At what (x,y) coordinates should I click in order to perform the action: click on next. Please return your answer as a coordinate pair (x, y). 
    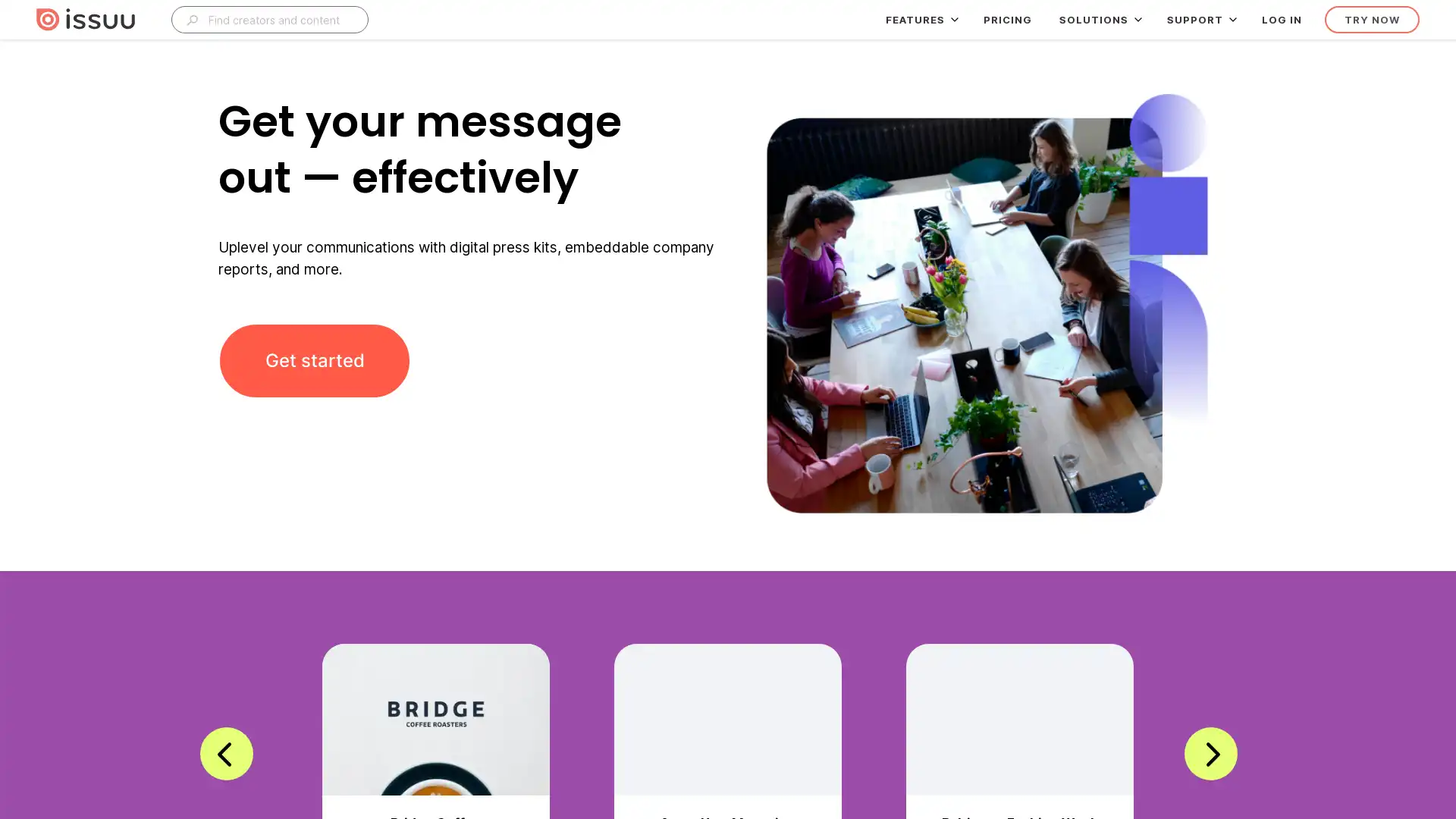
    Looking at the image, I should click on (1210, 754).